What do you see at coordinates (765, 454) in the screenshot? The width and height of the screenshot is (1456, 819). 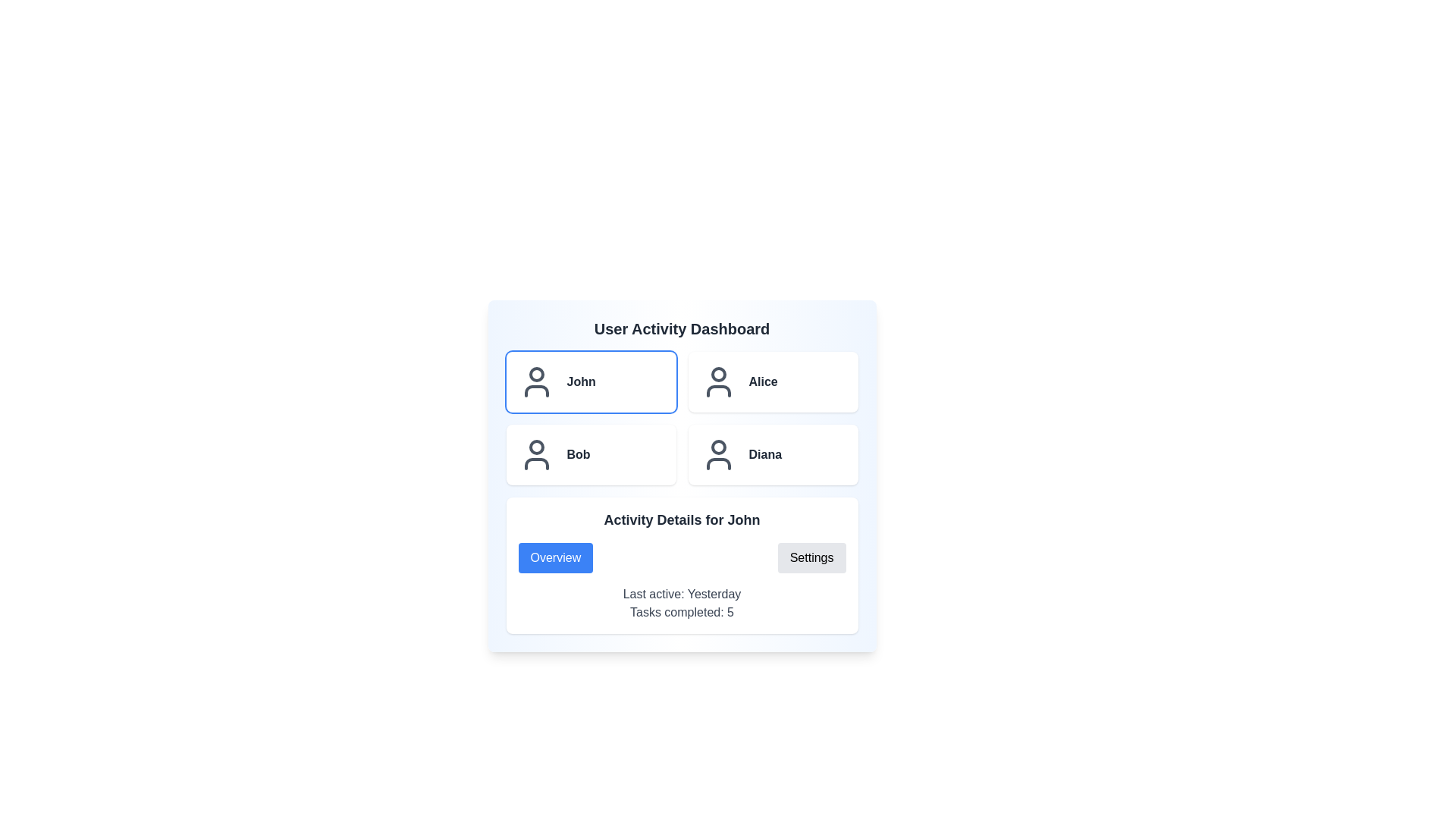 I see `the label displaying the name 'Diana' in bold, dark gray text, located in the bottom-right quadrant of the user profile grid layout` at bounding box center [765, 454].